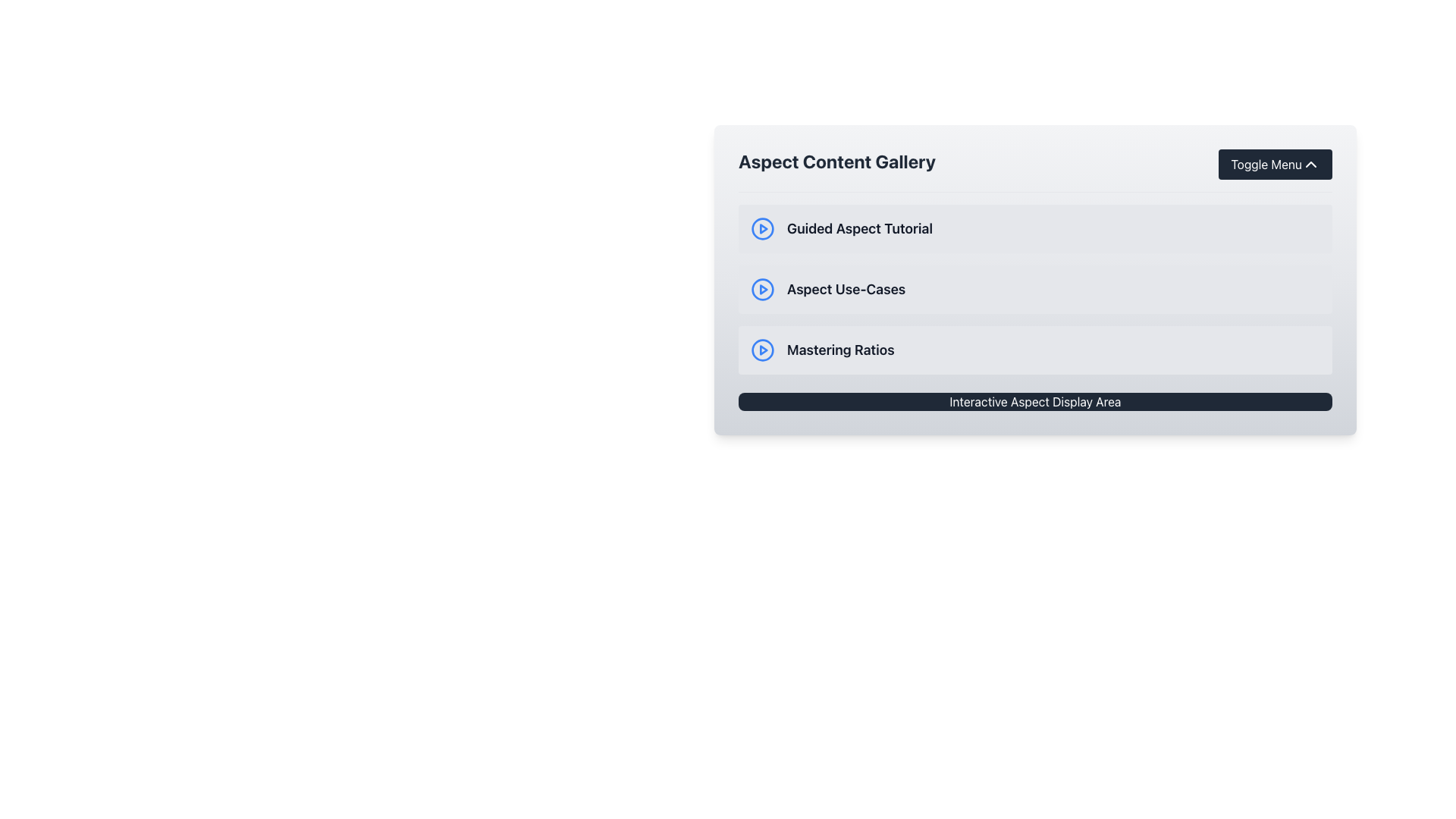  Describe the element at coordinates (1310, 164) in the screenshot. I see `the interactive icon indicating the 'Toggle Menu' functionality` at that location.